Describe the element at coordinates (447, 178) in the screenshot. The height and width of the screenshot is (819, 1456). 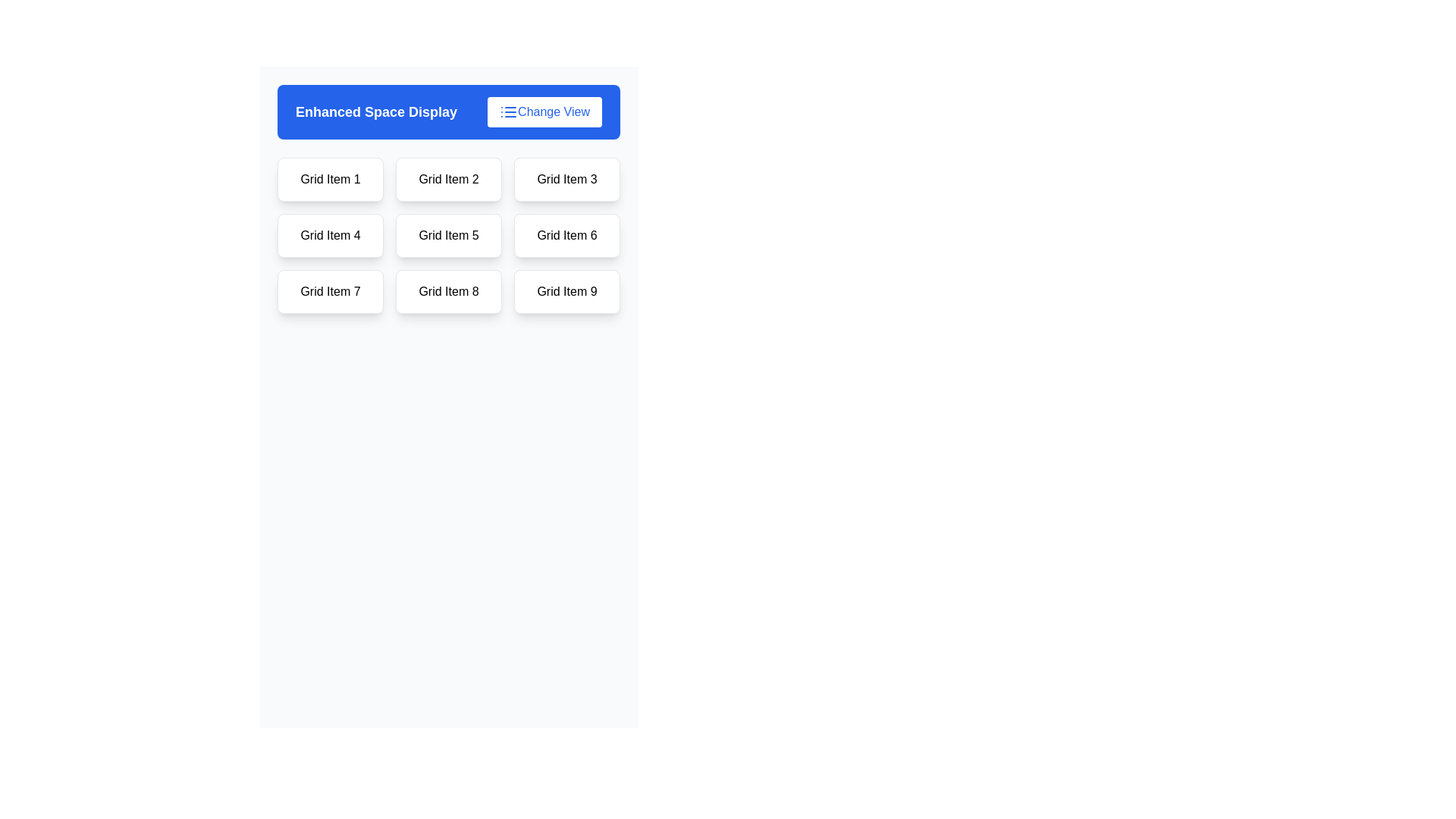
I see `the static grid cell displaying 'Grid Item 2', which is the second item in the first row of the grid located below the blue header 'Enhanced Space Display'` at that location.